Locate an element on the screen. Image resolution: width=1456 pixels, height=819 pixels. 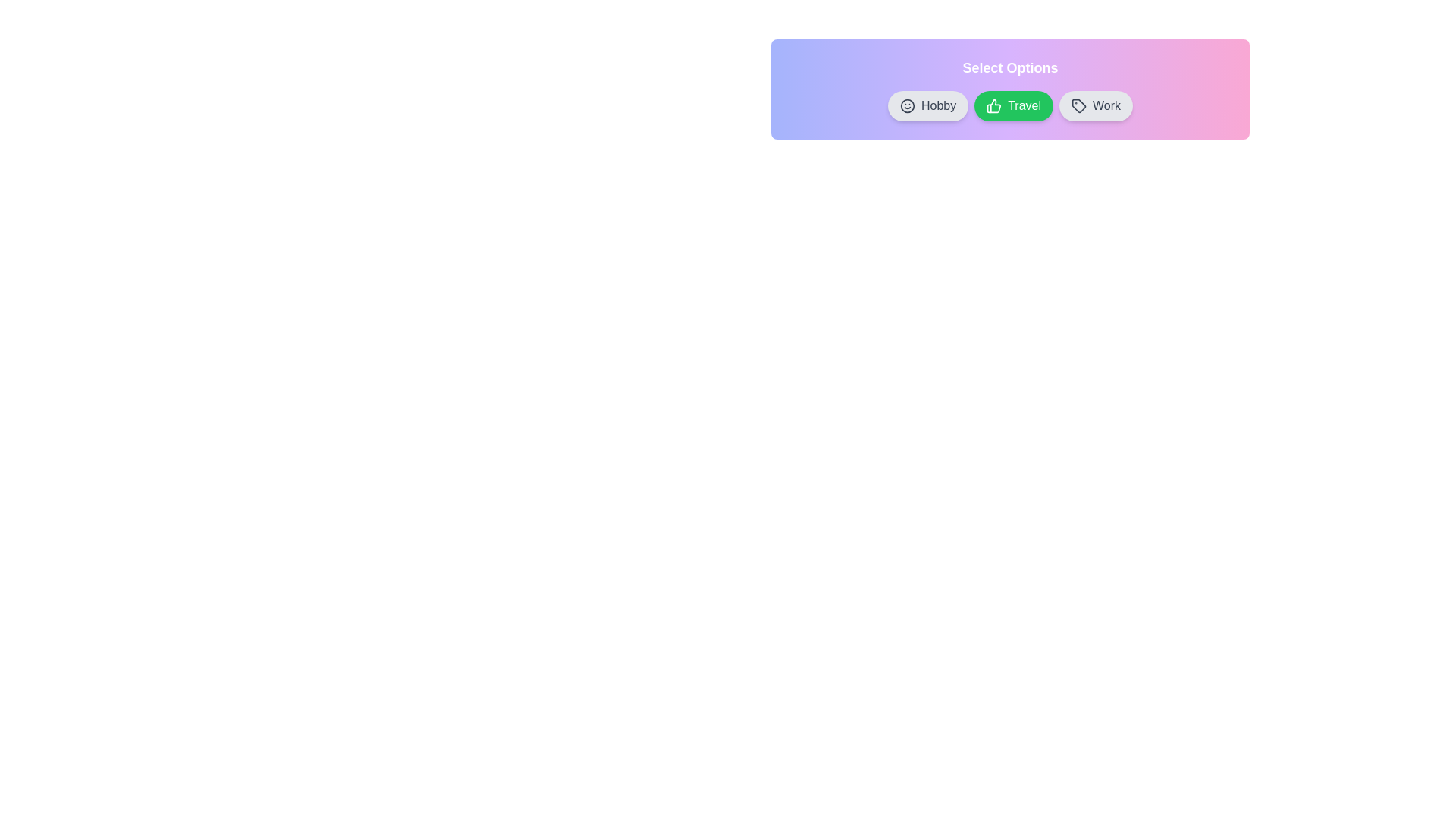
the chip labeled Travel is located at coordinates (1014, 105).